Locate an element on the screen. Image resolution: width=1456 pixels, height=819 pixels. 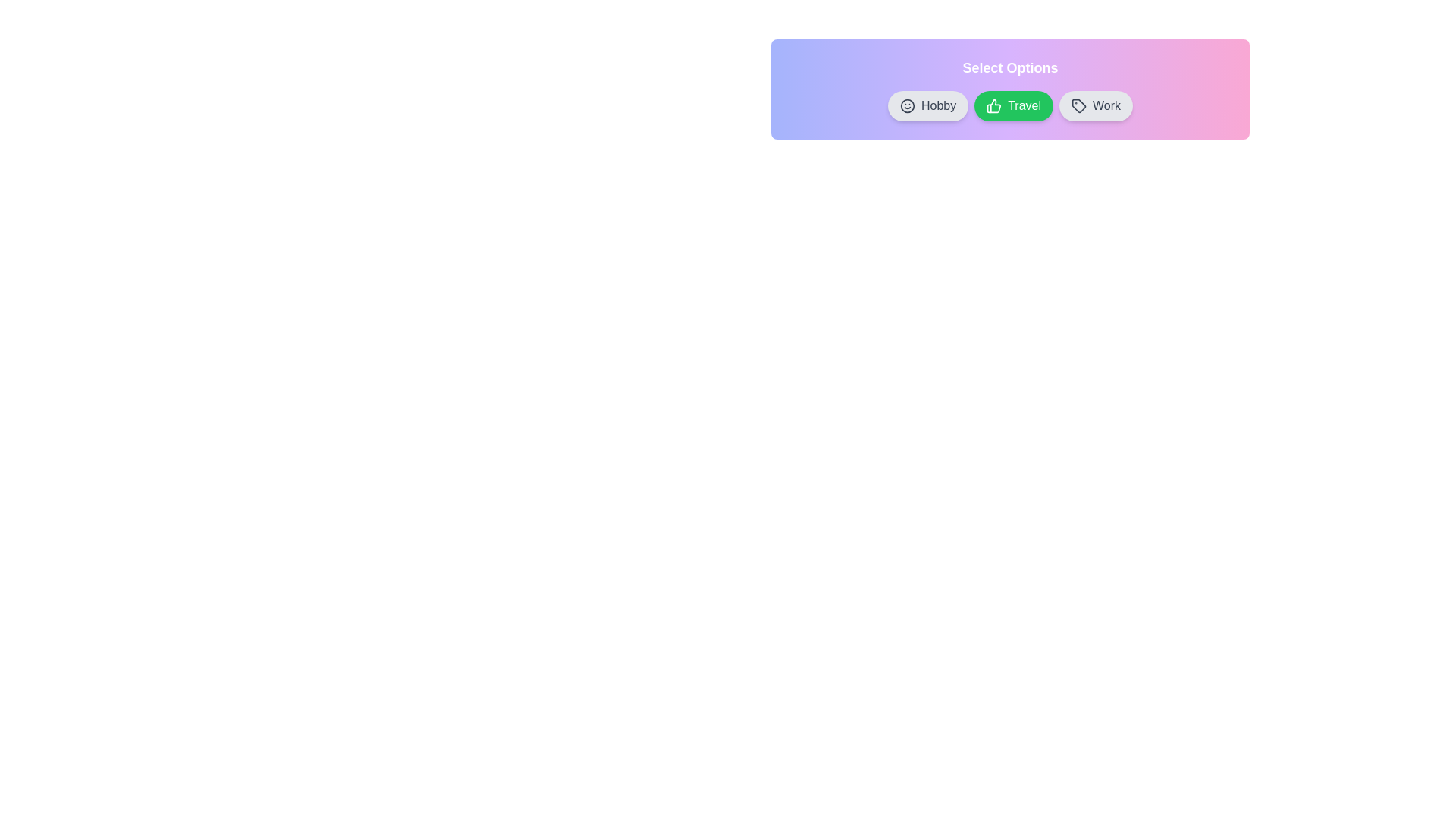
the chip labeled Travel is located at coordinates (1014, 105).